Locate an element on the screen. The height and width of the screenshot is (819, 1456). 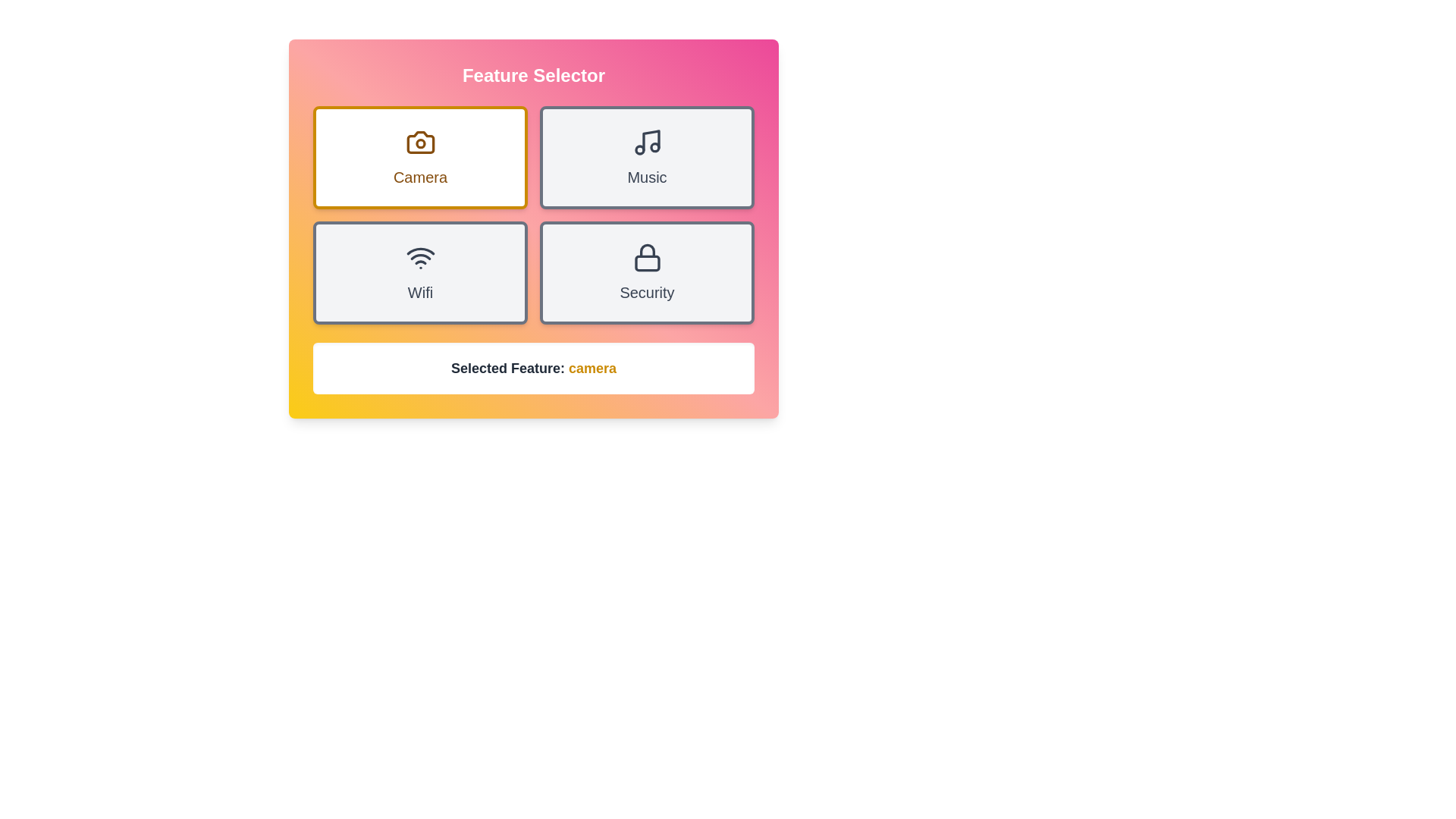
the lock icon displayed above the 'Security' button, which features a modern, minimalistic design with a dark gray color and thin stroke style is located at coordinates (647, 256).